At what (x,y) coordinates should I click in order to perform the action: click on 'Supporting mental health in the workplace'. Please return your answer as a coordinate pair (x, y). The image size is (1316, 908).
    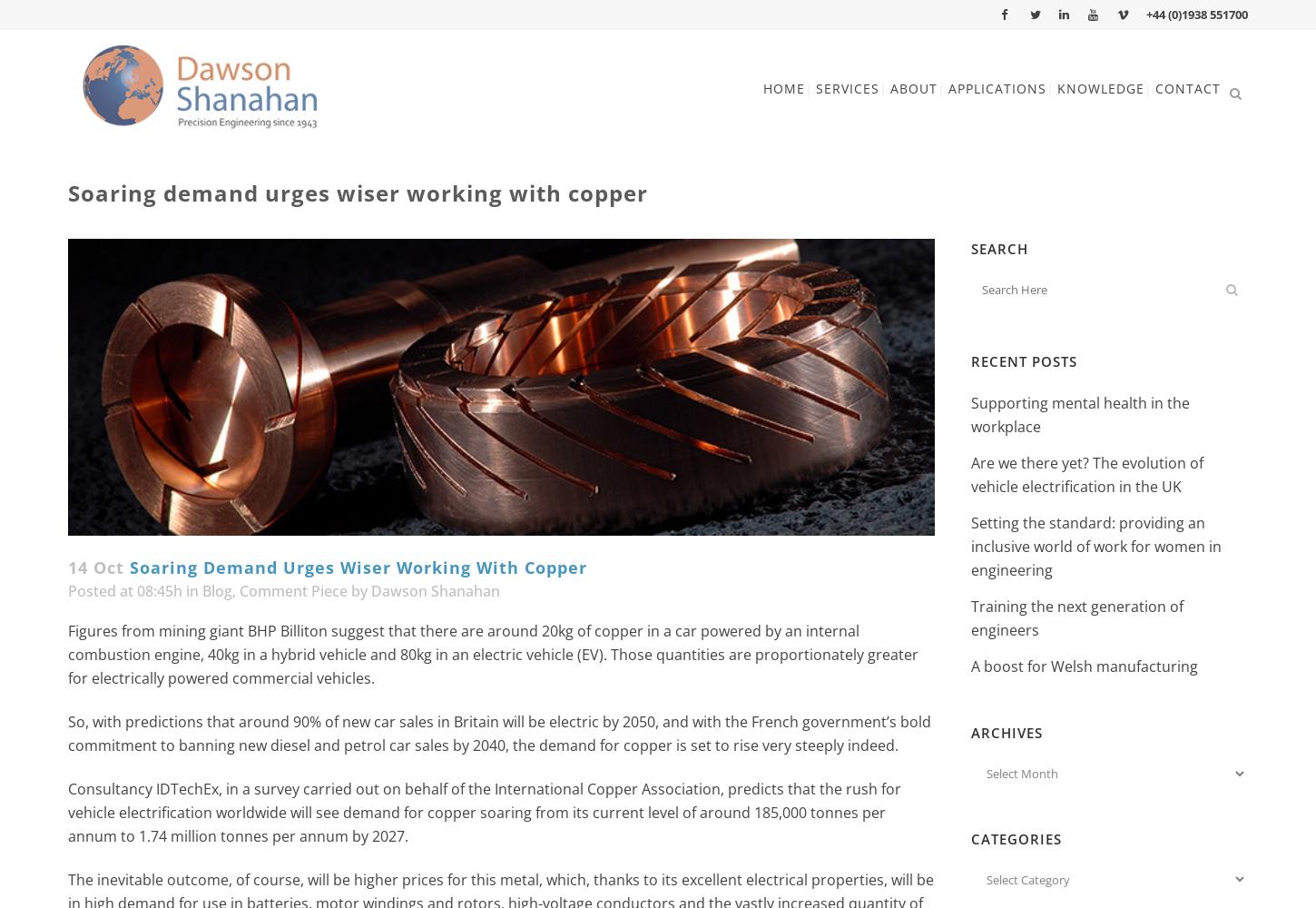
    Looking at the image, I should click on (1079, 414).